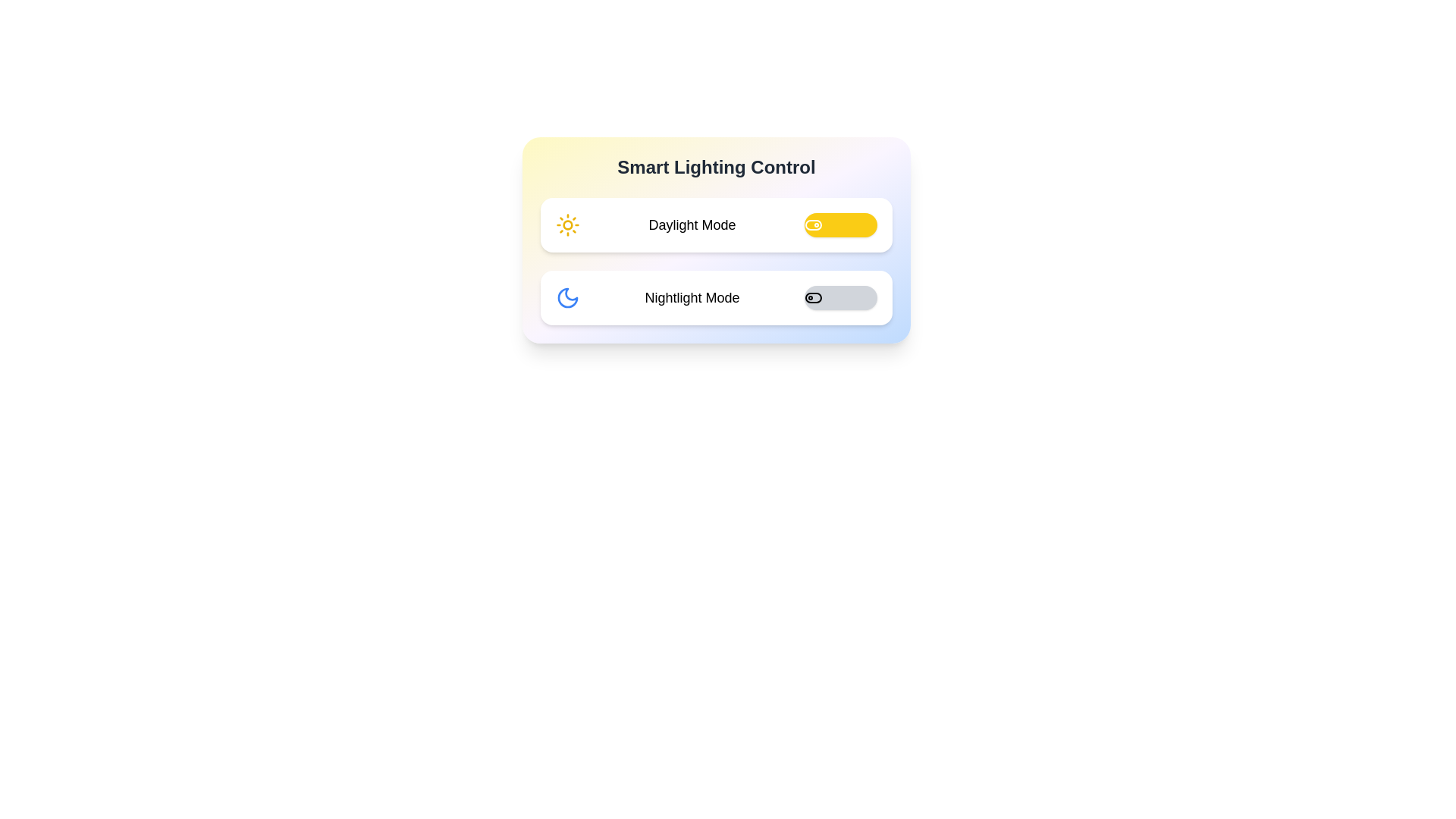 The width and height of the screenshot is (1456, 819). Describe the element at coordinates (839, 225) in the screenshot. I see `the toggle switch styled as a button` at that location.